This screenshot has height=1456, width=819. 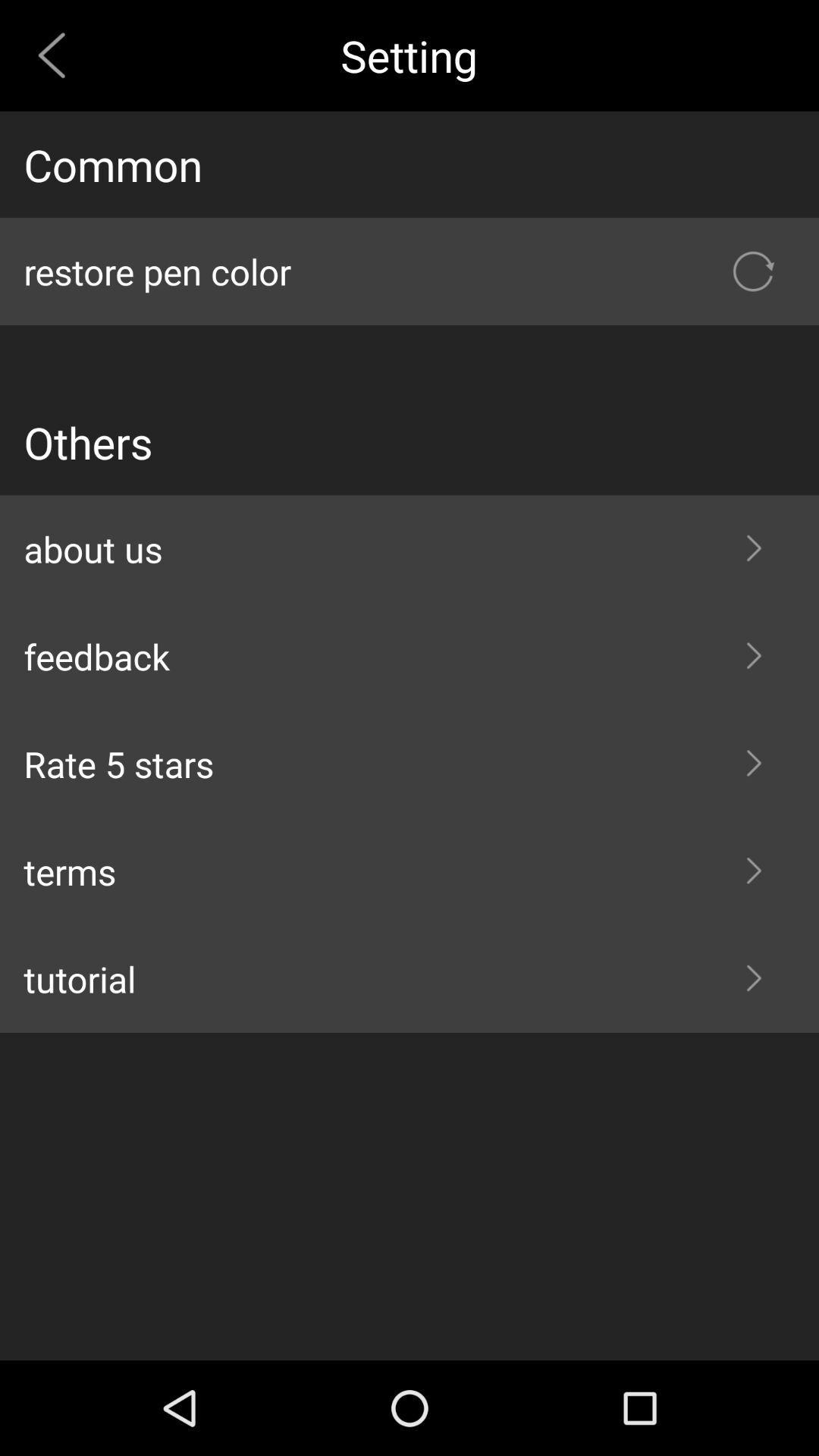 I want to click on the item above the tutorial item, so click(x=409, y=871).